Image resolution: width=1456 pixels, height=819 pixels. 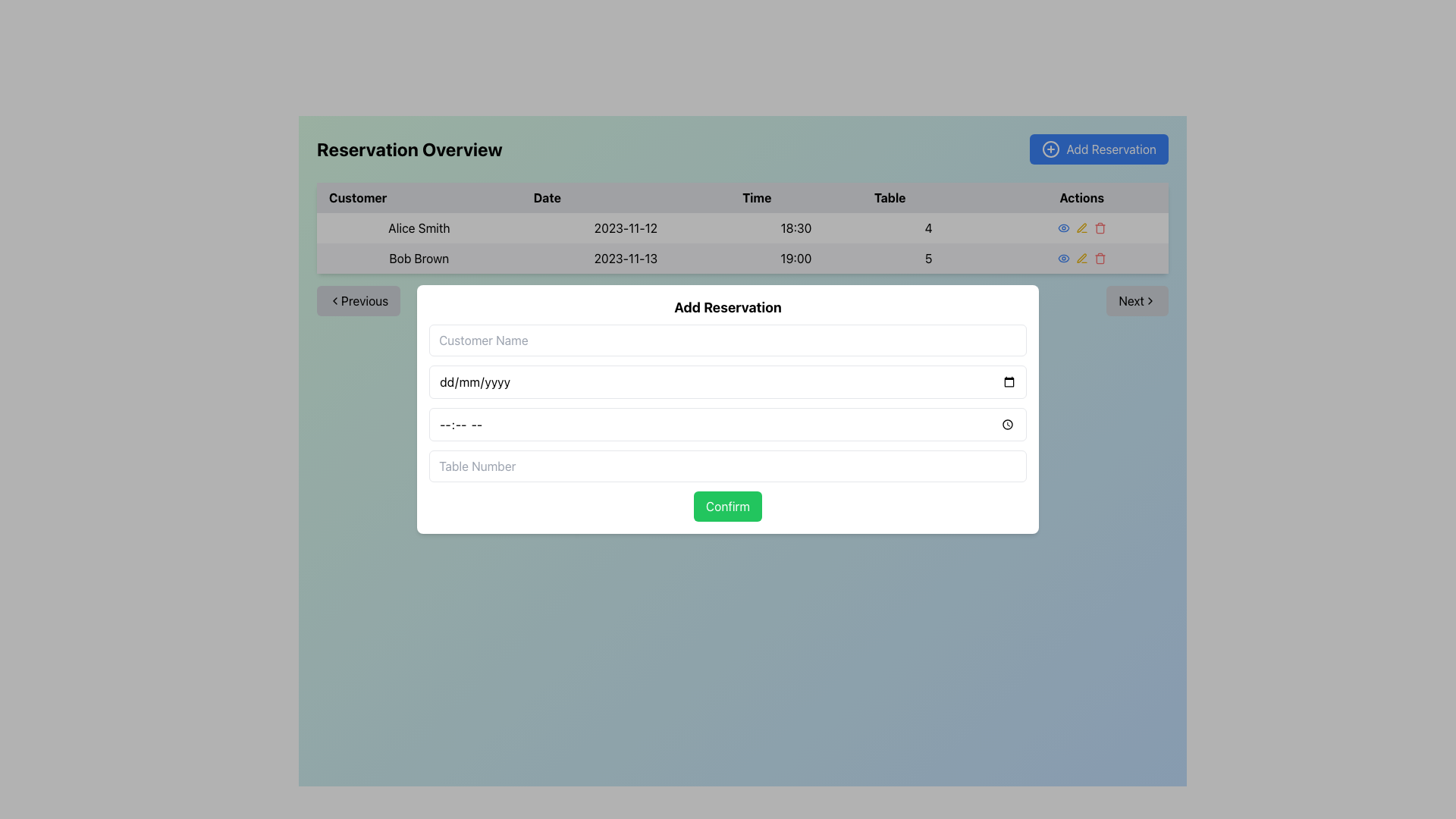 I want to click on the 'Edit' icon in the 'Actions' column of the 'Reservation Overview' table for the row corresponding to 'Bob Brown' to modify the reservation details, so click(x=1080, y=257).